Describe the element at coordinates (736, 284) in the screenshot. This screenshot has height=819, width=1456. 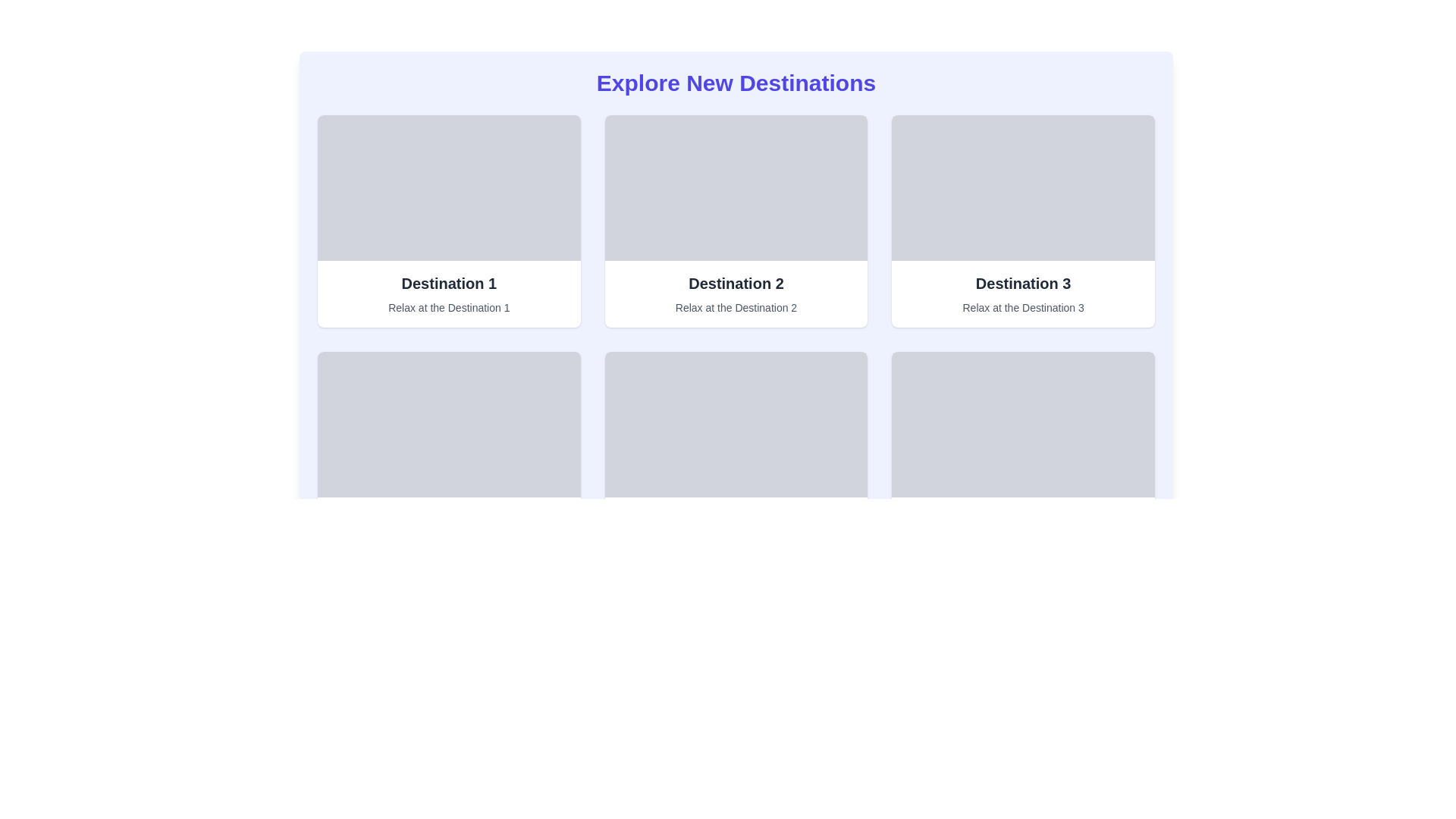
I see `the header/title element of the second card in the grid layout, which labels the destination represented by the card` at that location.